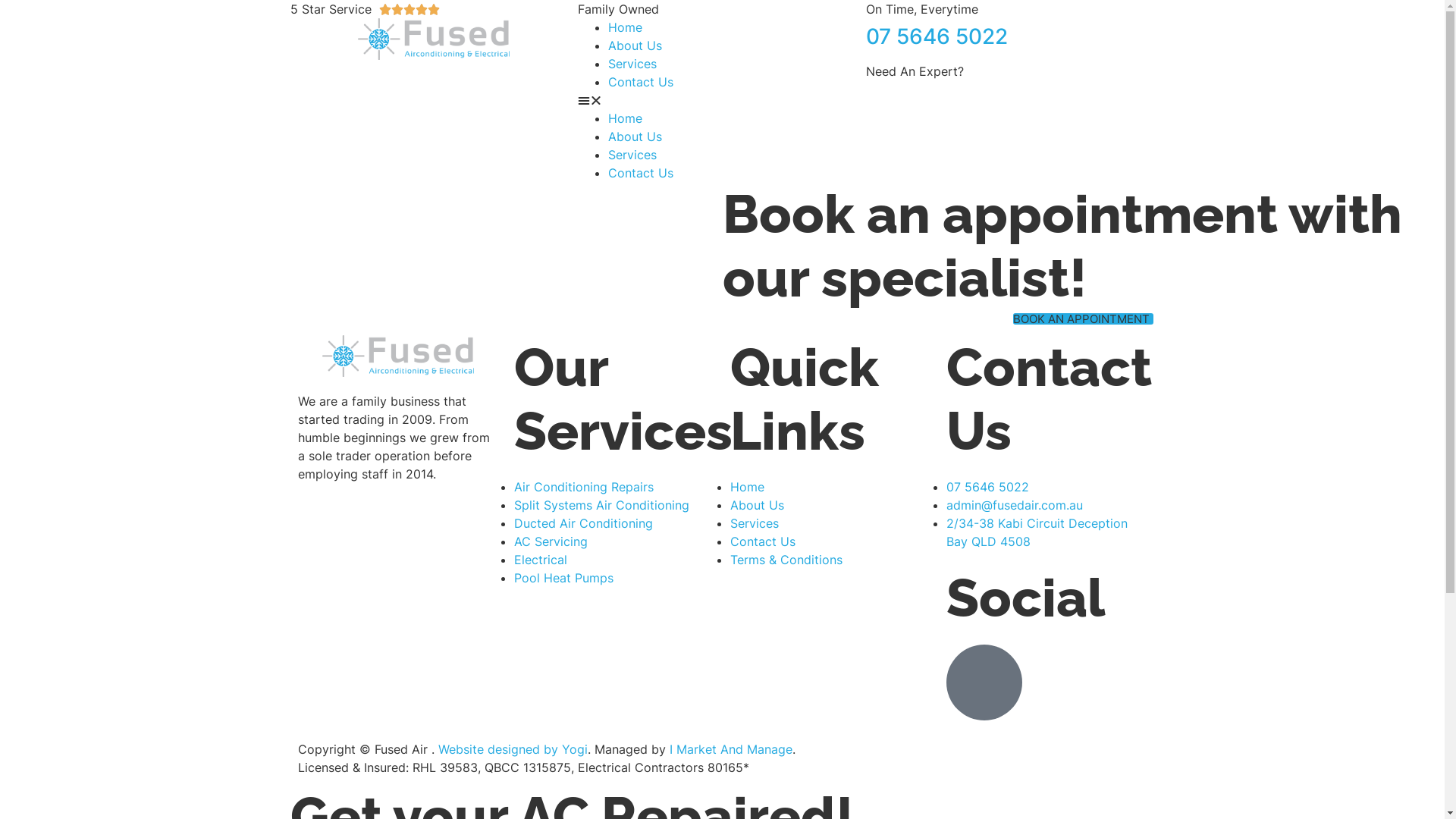 The width and height of the screenshot is (1456, 819). I want to click on 'I Market And Manage', so click(730, 748).